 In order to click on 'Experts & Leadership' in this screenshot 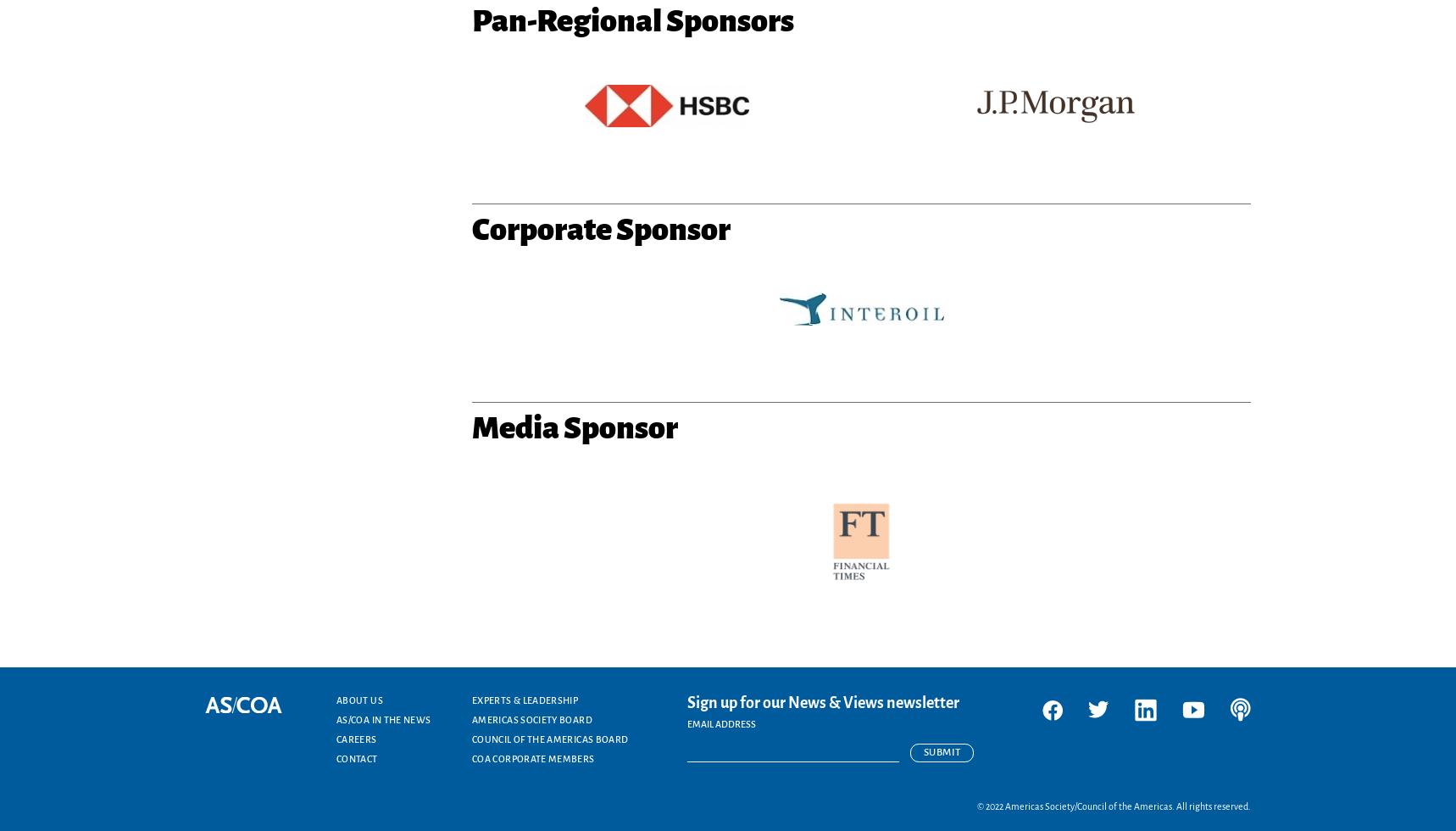, I will do `click(525, 699)`.